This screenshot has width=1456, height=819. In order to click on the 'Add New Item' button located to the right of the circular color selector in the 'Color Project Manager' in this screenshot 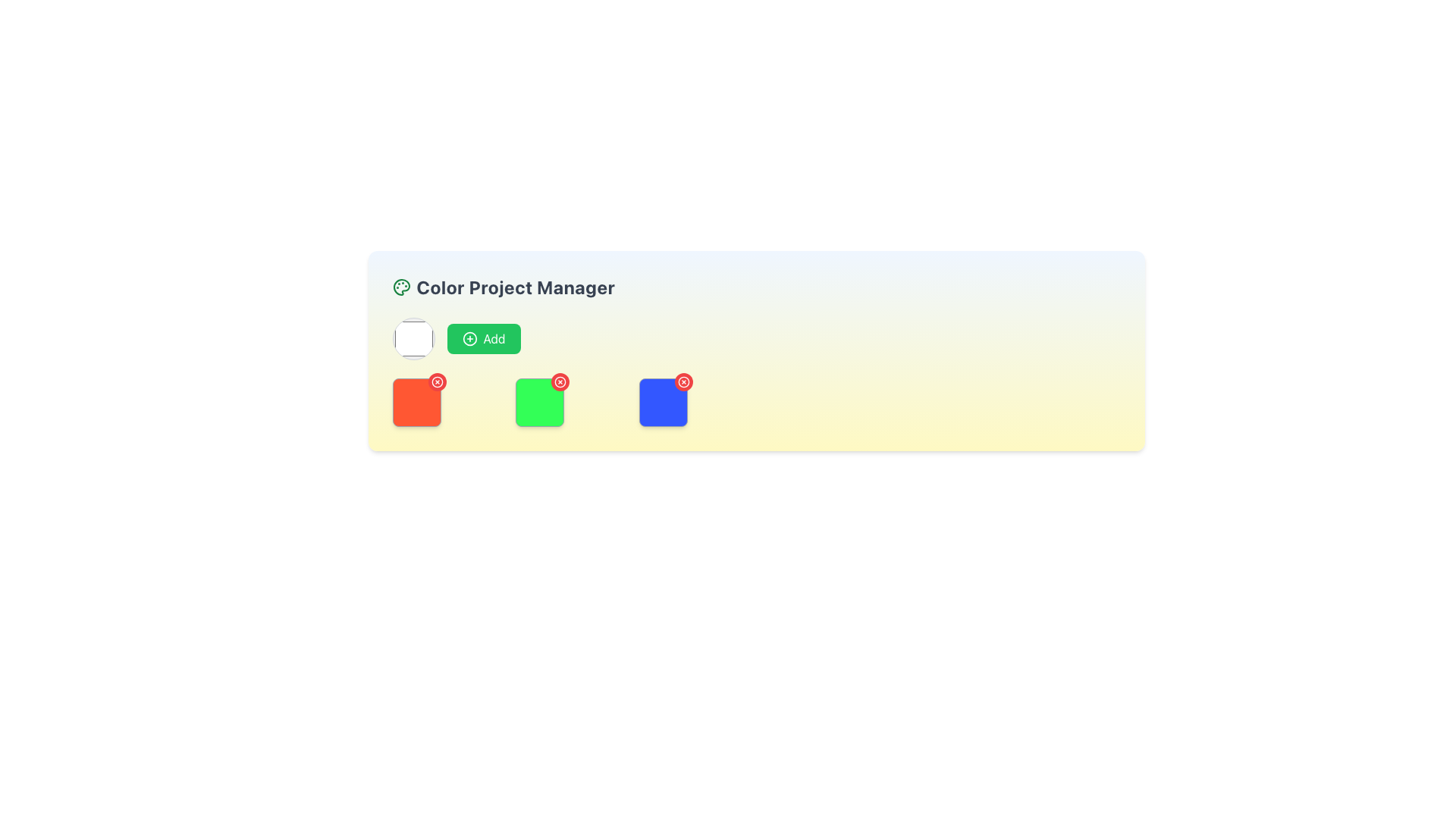, I will do `click(483, 338)`.